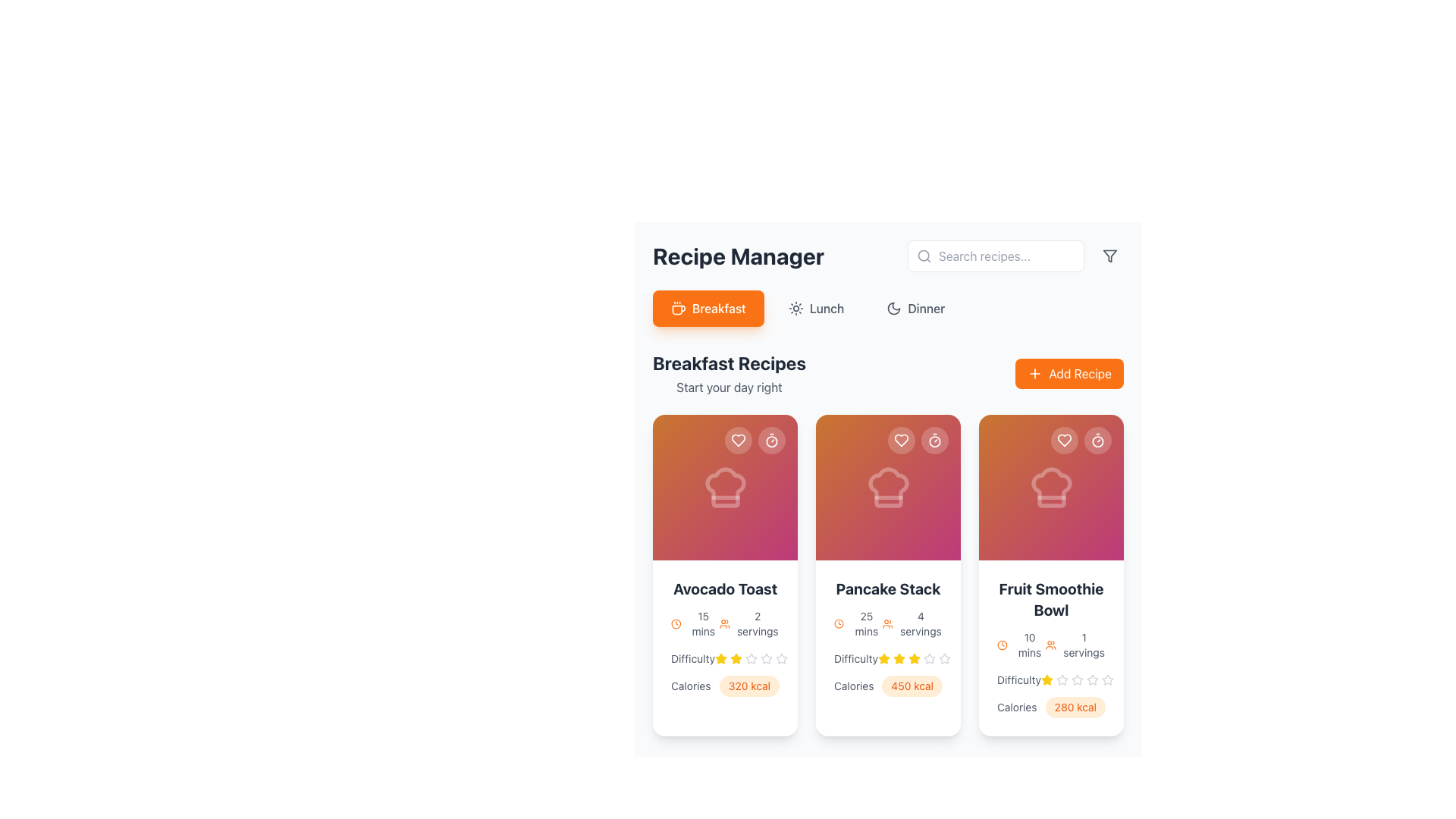 The image size is (1456, 819). What do you see at coordinates (739, 441) in the screenshot?
I see `the state of the heart-shaped icon with a hollow outline in the upper-right corner of the 'Avocado Toast' card to determine if the recipe is marked as a favorite` at bounding box center [739, 441].